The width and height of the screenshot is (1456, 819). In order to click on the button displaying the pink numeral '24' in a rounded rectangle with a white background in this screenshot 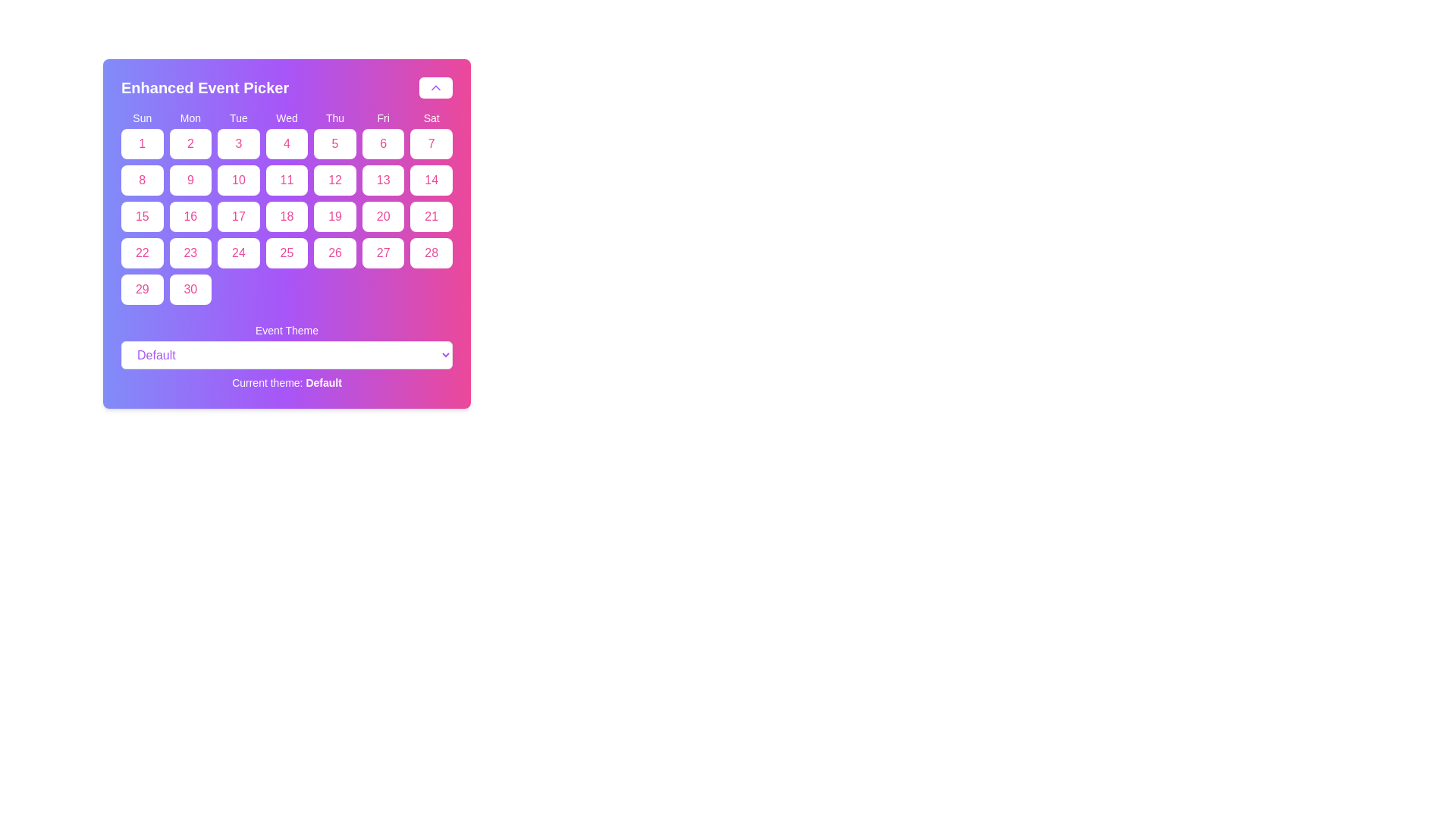, I will do `click(237, 253)`.